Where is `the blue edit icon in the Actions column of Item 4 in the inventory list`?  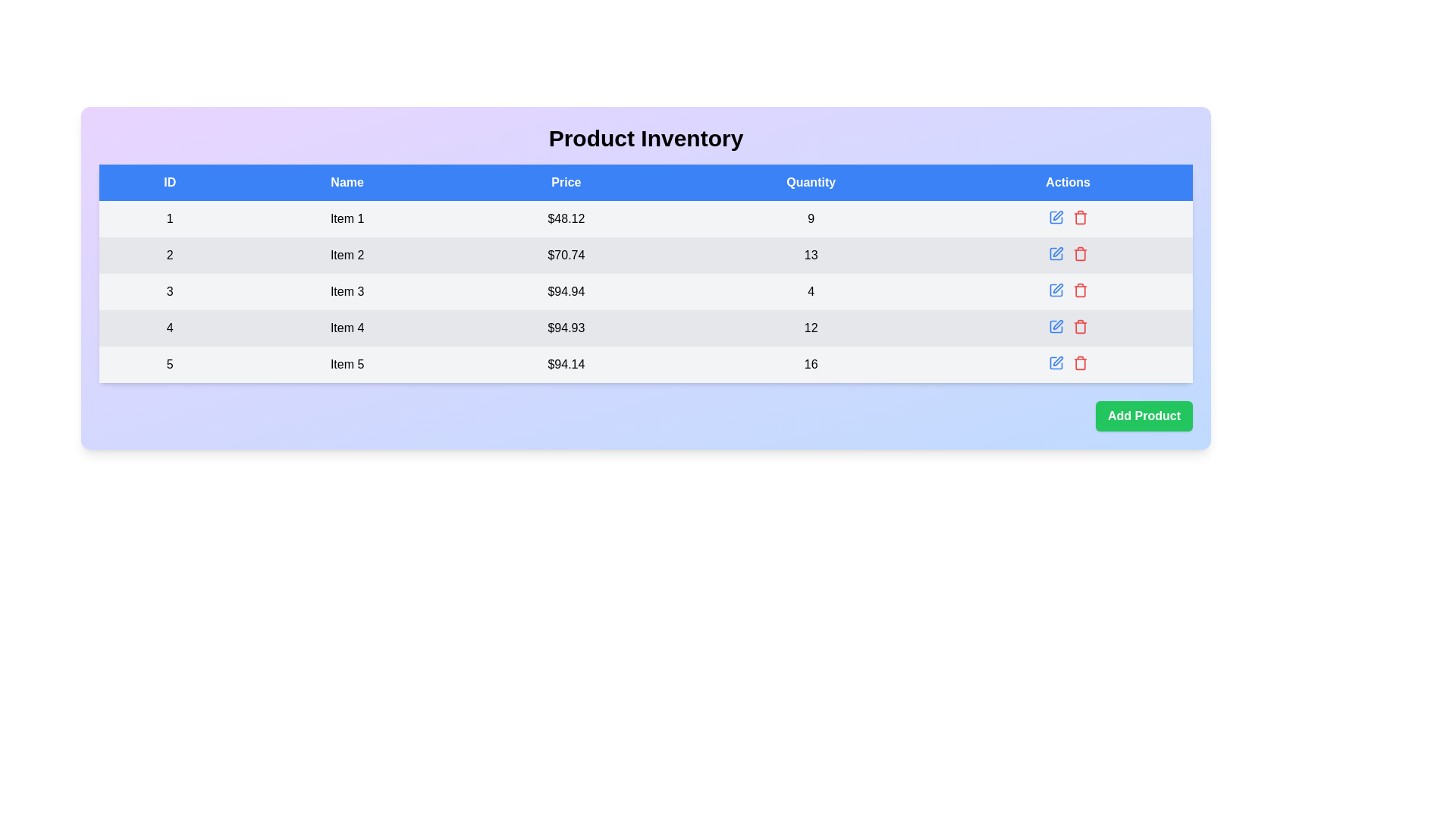
the blue edit icon in the Actions column of Item 4 in the inventory list is located at coordinates (1067, 326).